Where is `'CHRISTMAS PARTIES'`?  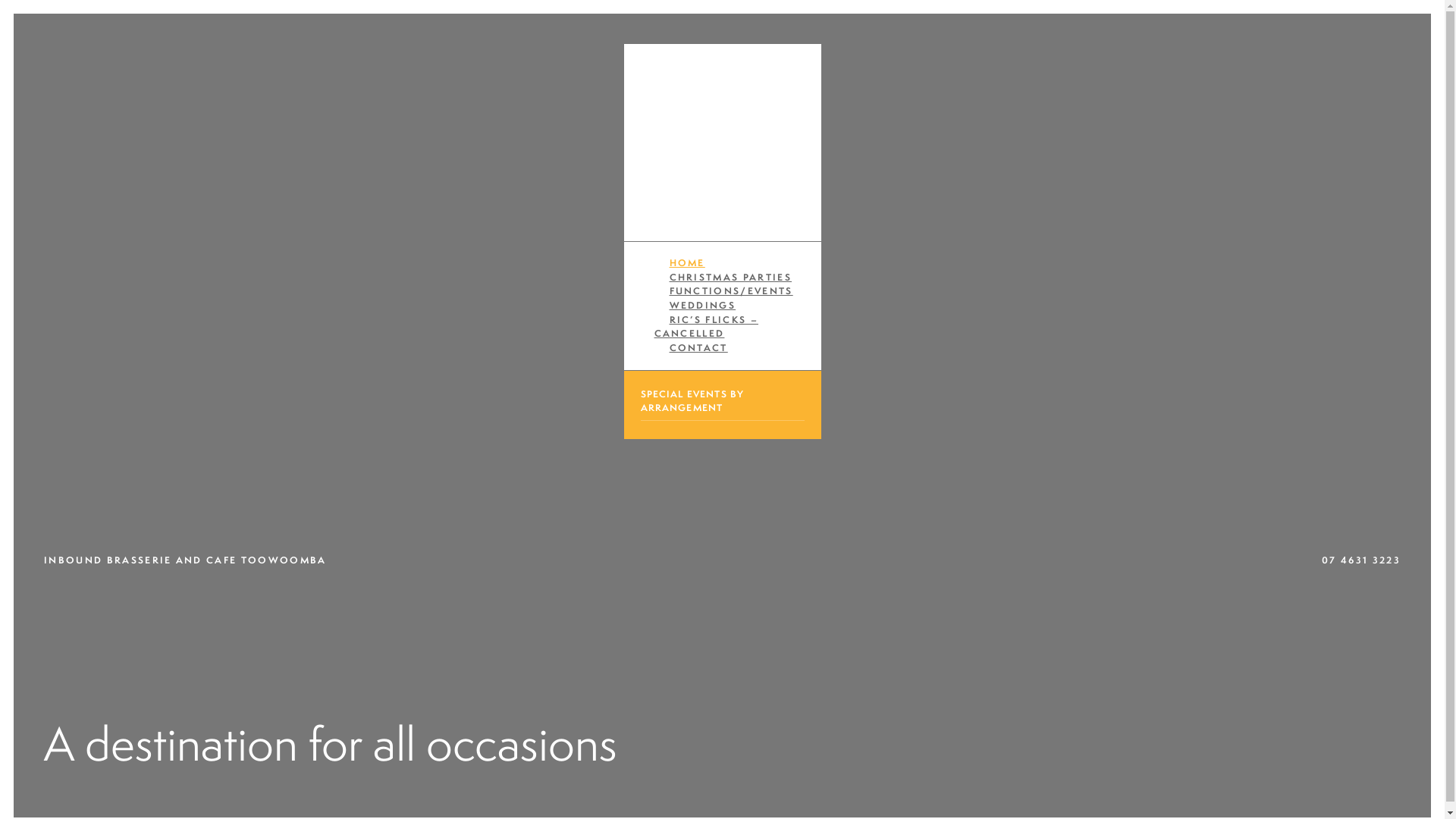 'CHRISTMAS PARTIES' is located at coordinates (730, 277).